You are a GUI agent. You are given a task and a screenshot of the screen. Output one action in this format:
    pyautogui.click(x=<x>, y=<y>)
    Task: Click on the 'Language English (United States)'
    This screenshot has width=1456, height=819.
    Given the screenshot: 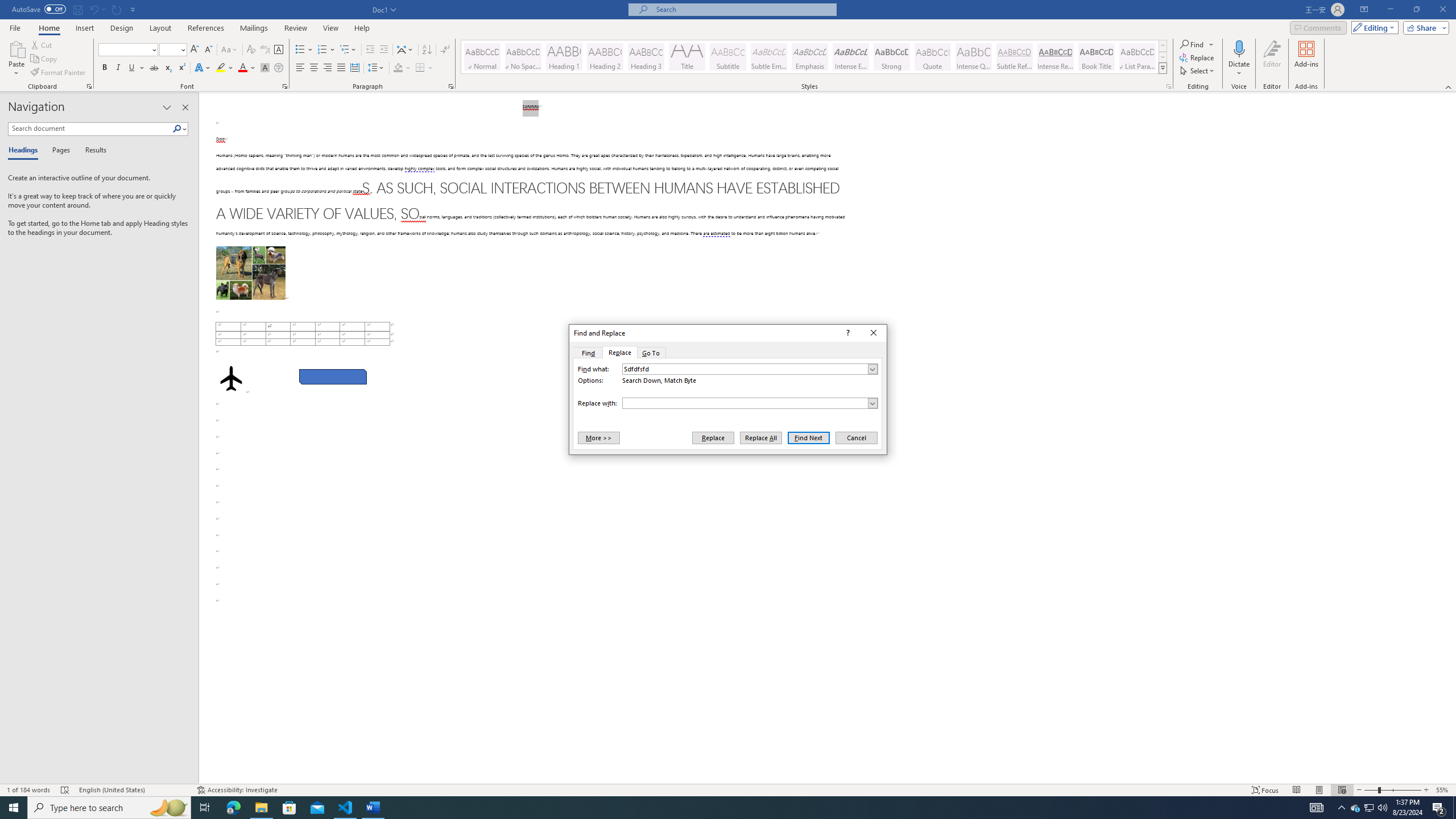 What is the action you would take?
    pyautogui.click(x=132, y=790)
    